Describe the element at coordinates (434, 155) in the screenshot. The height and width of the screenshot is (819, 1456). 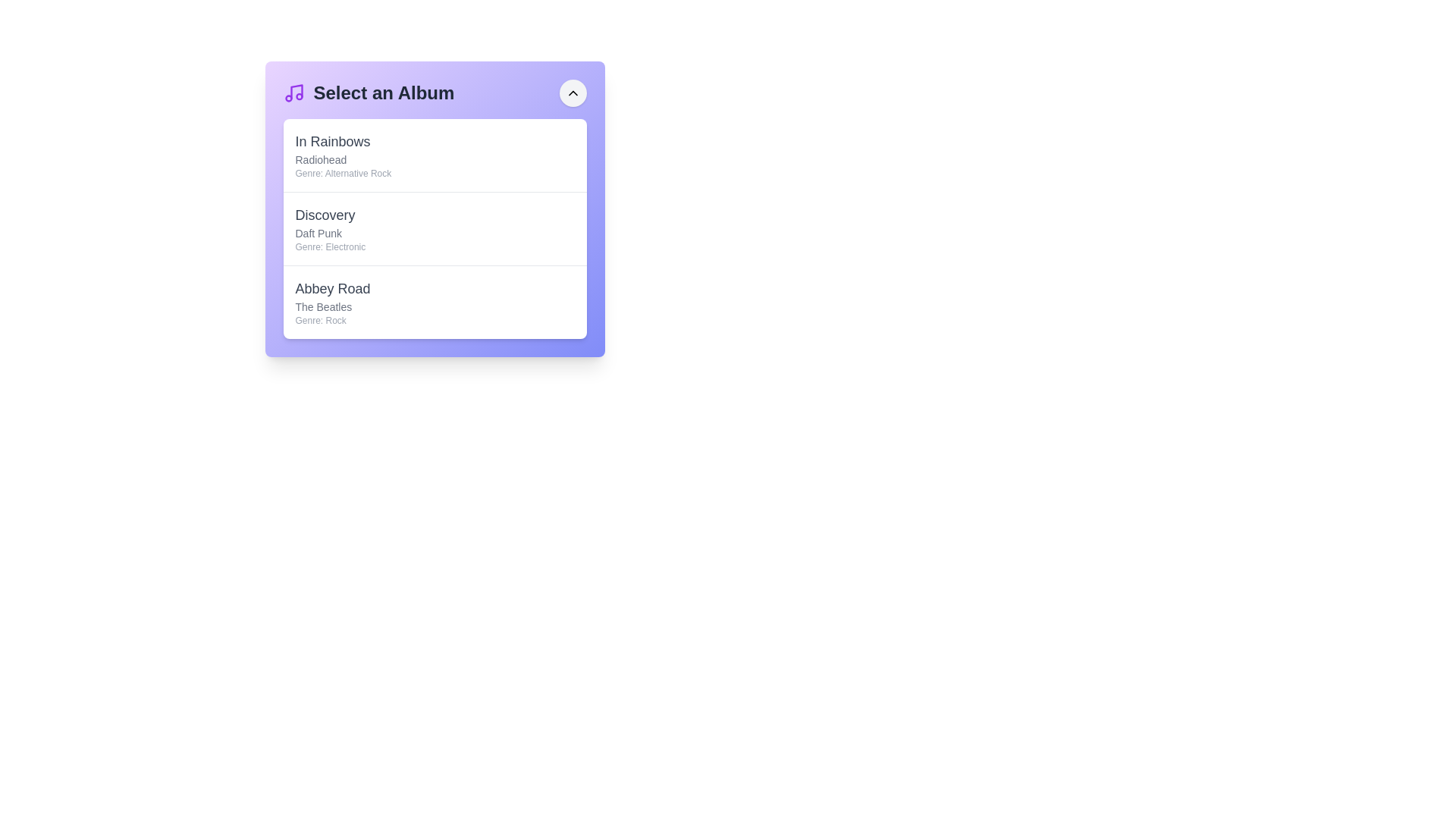
I see `the first List Item element displaying the album 'In Rainbows' by 'Radiohead'` at that location.